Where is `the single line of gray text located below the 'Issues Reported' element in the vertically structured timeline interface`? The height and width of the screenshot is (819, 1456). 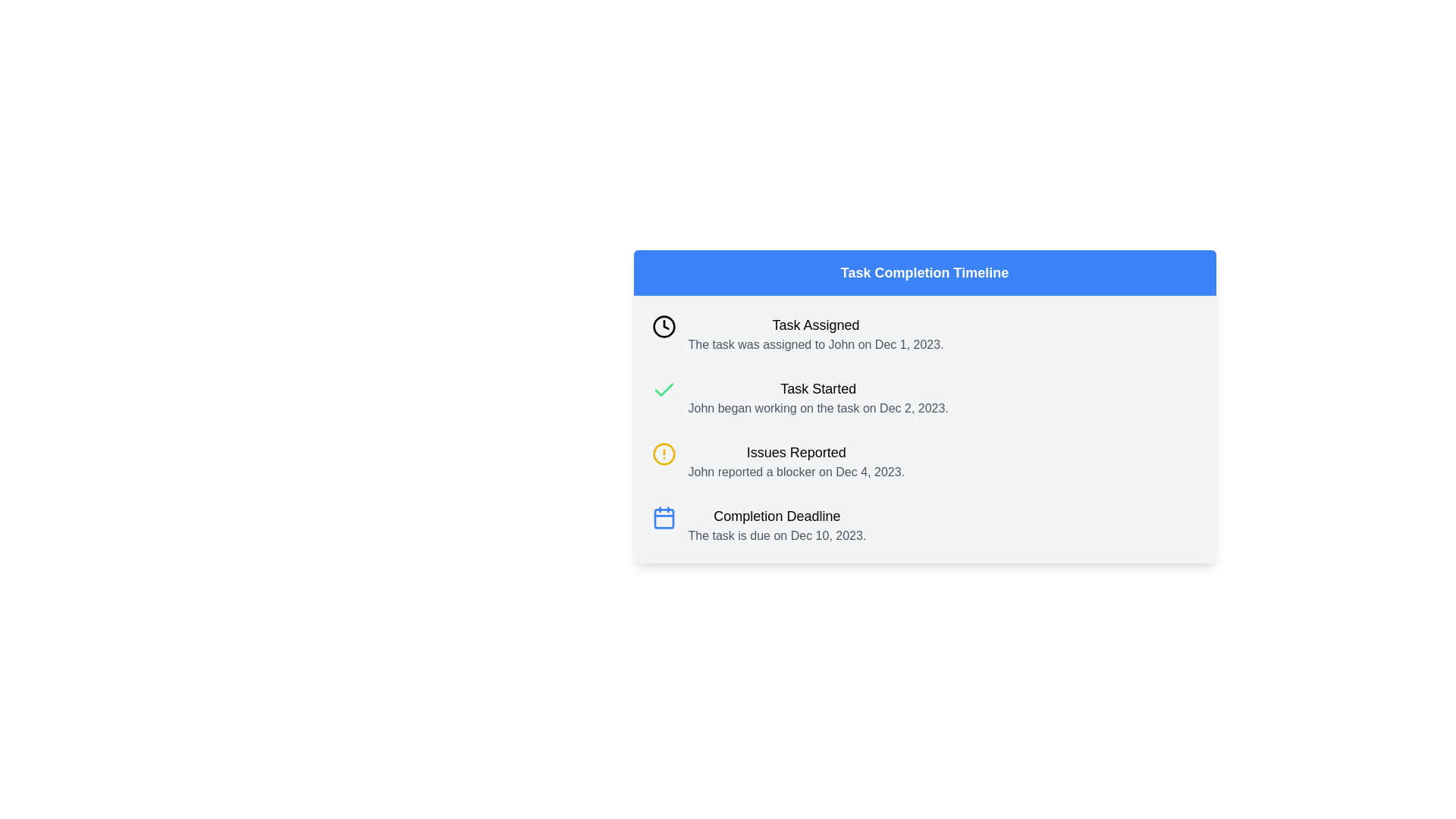 the single line of gray text located below the 'Issues Reported' element in the vertically structured timeline interface is located at coordinates (795, 472).